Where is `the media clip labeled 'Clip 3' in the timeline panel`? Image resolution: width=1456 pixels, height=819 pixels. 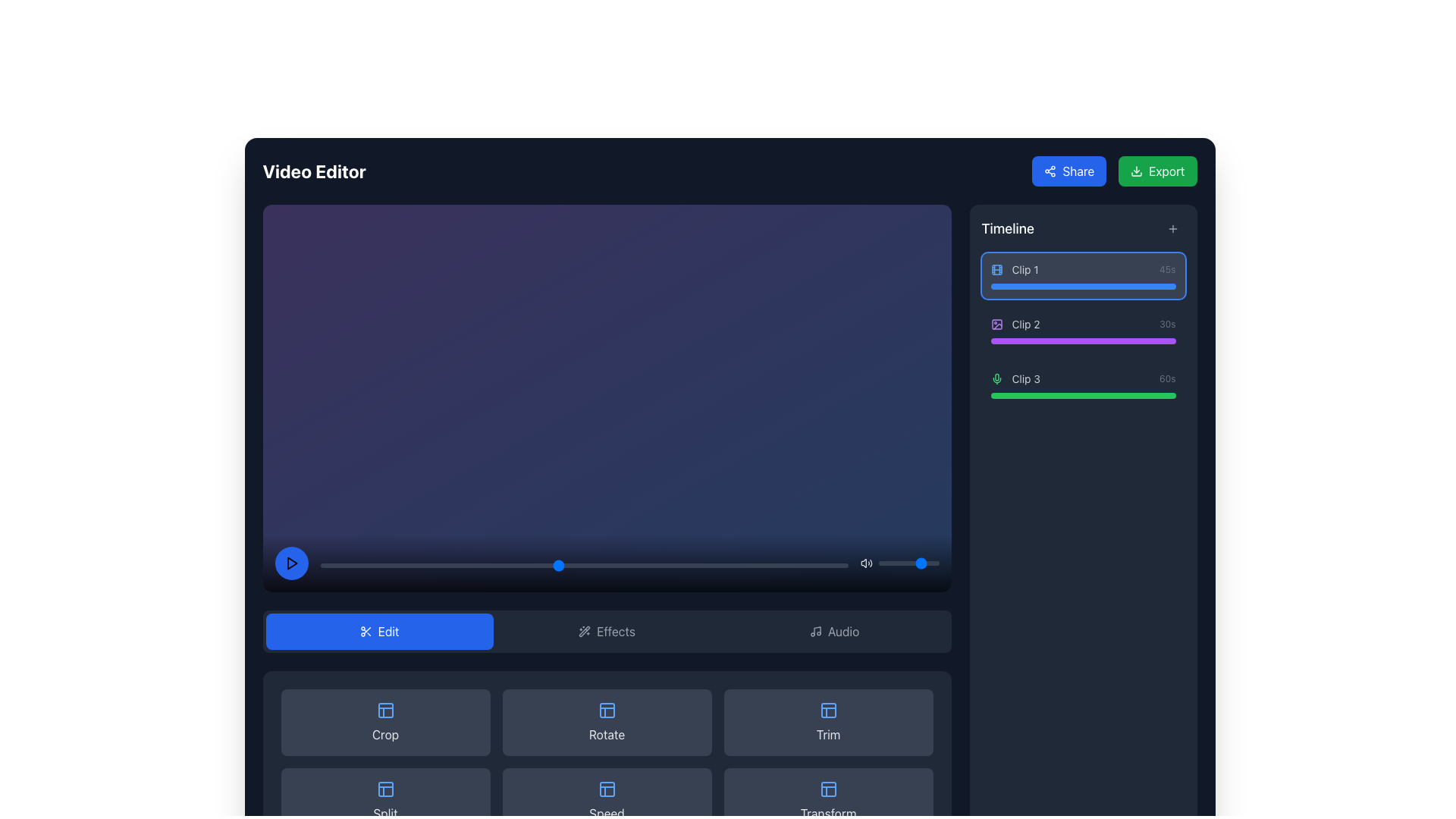
the media clip labeled 'Clip 3' in the timeline panel is located at coordinates (1082, 378).